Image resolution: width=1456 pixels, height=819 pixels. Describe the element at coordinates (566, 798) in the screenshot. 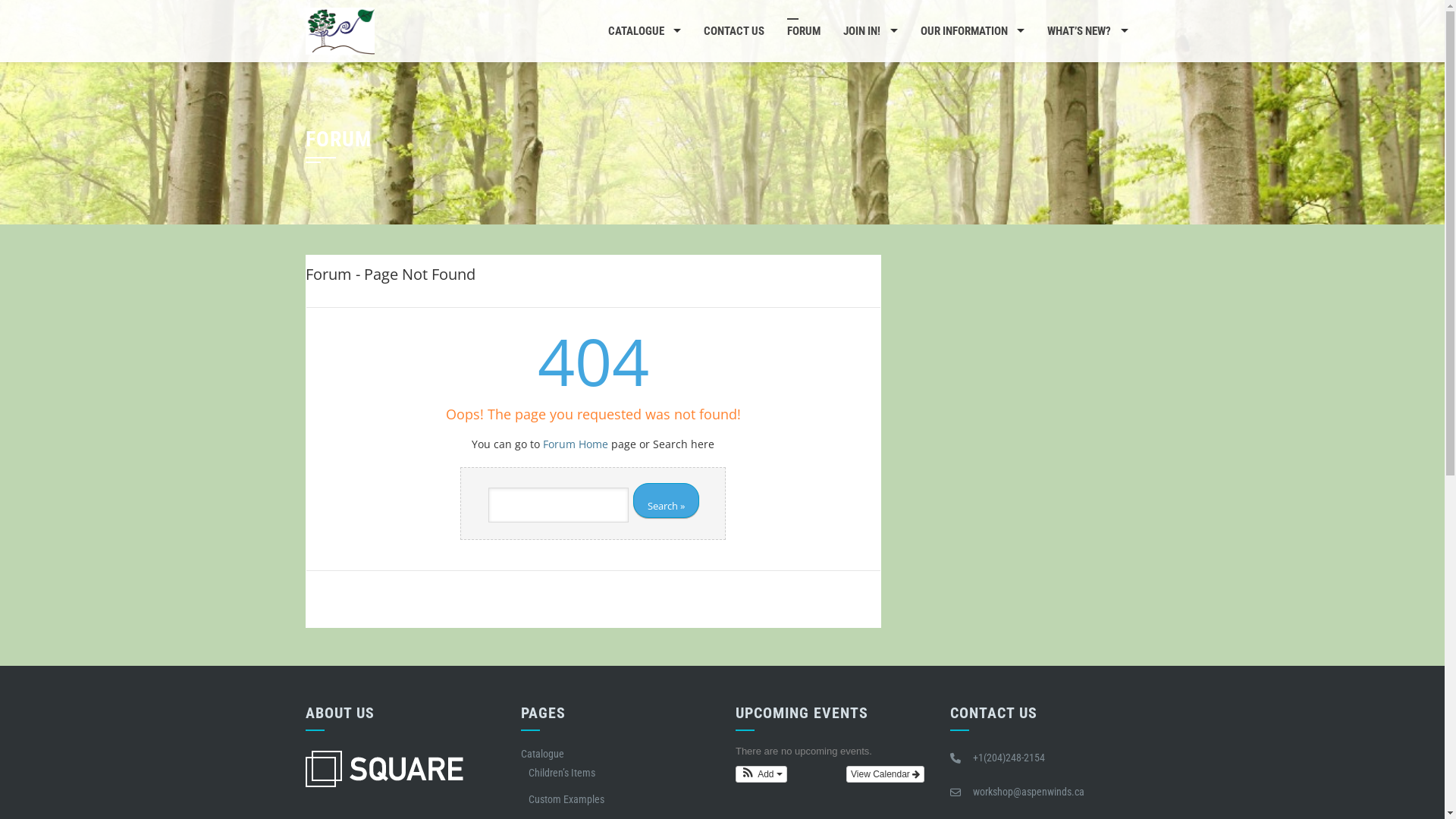

I see `'Custom Examples'` at that location.